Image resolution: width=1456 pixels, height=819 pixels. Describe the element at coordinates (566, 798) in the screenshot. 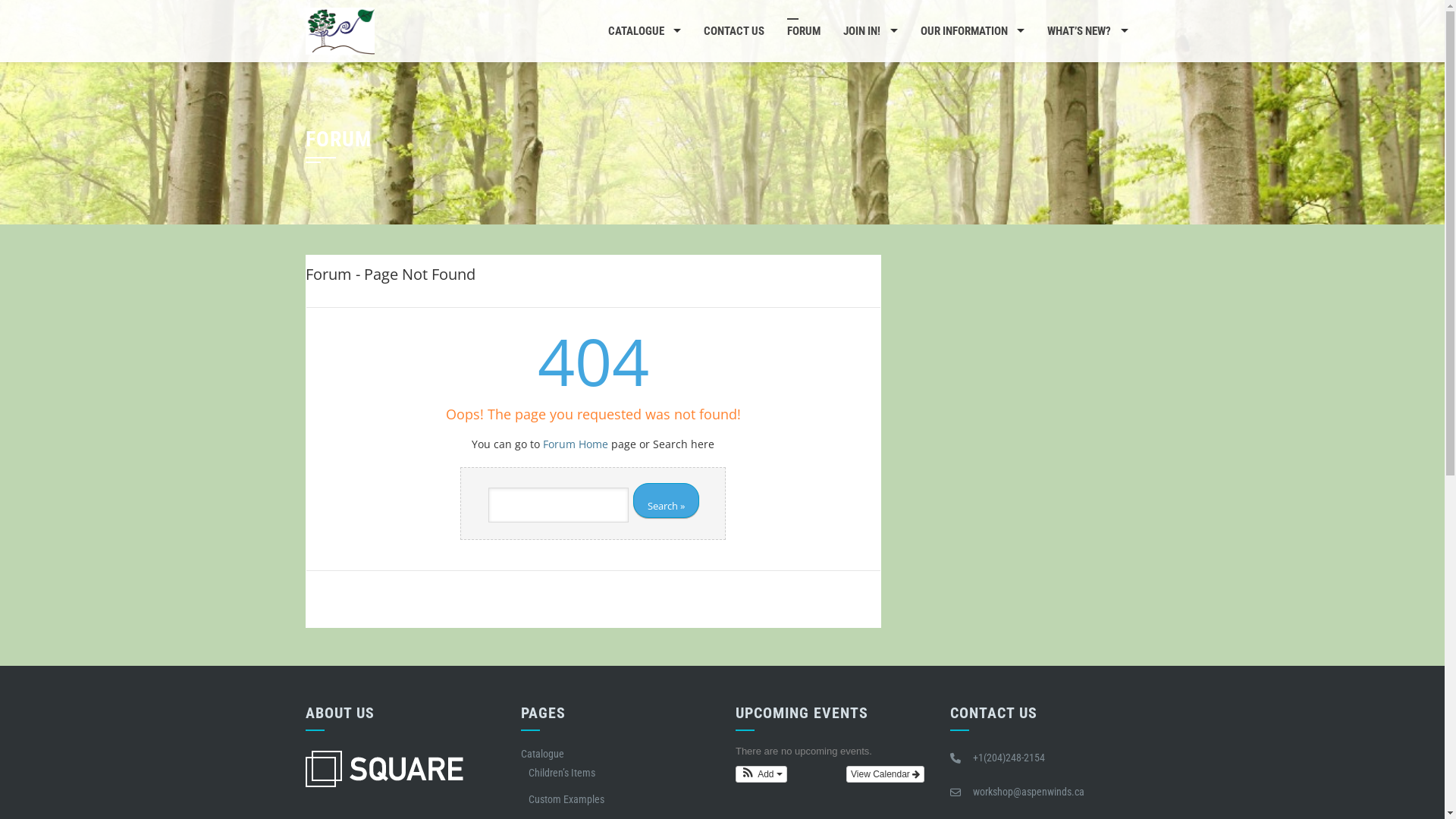

I see `'Custom Examples'` at that location.